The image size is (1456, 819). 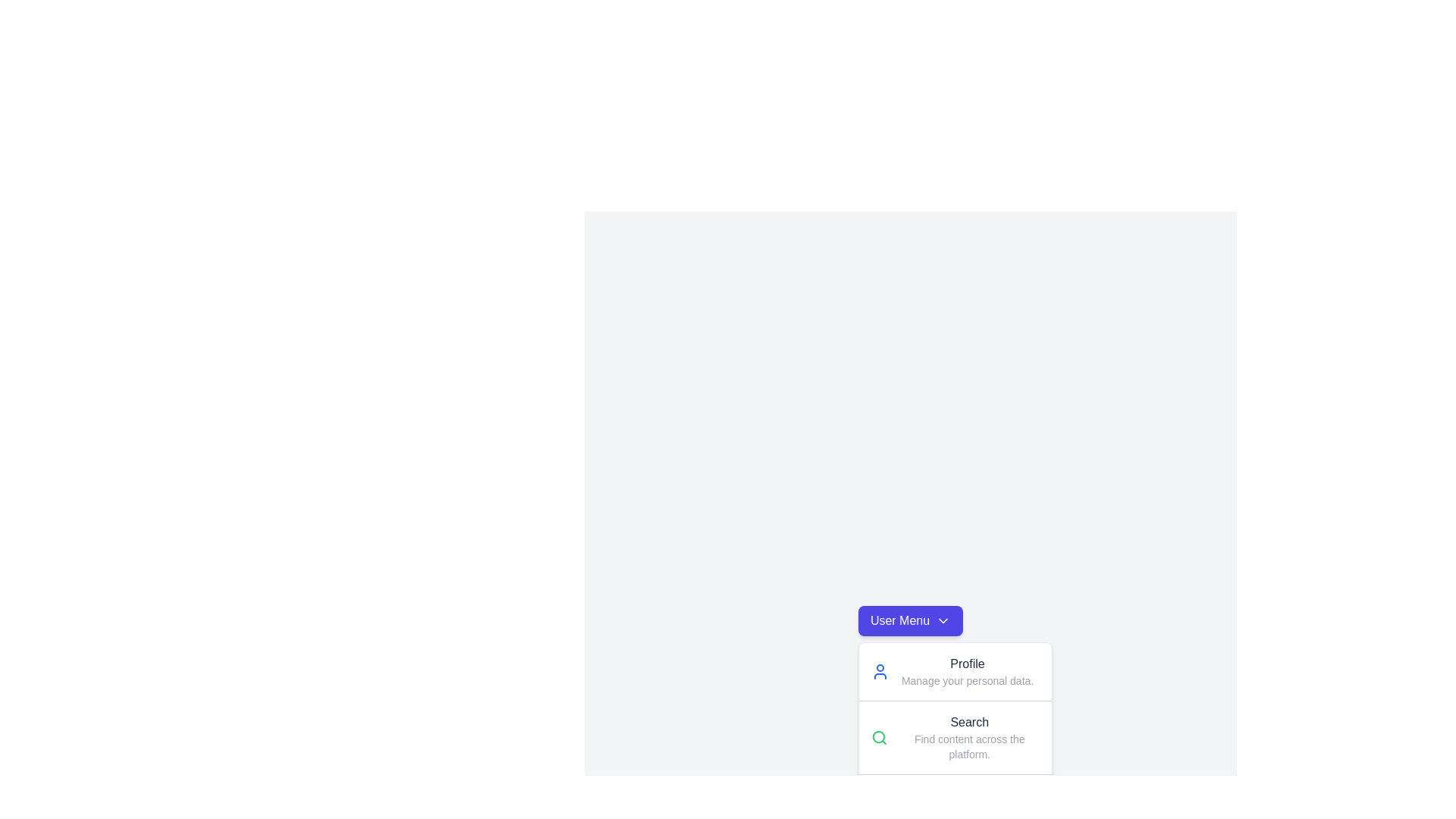 I want to click on the 'Profile' text label which is styled as part of the navigation section and appears above the 'Manage your personal data.' text element, so click(x=967, y=663).